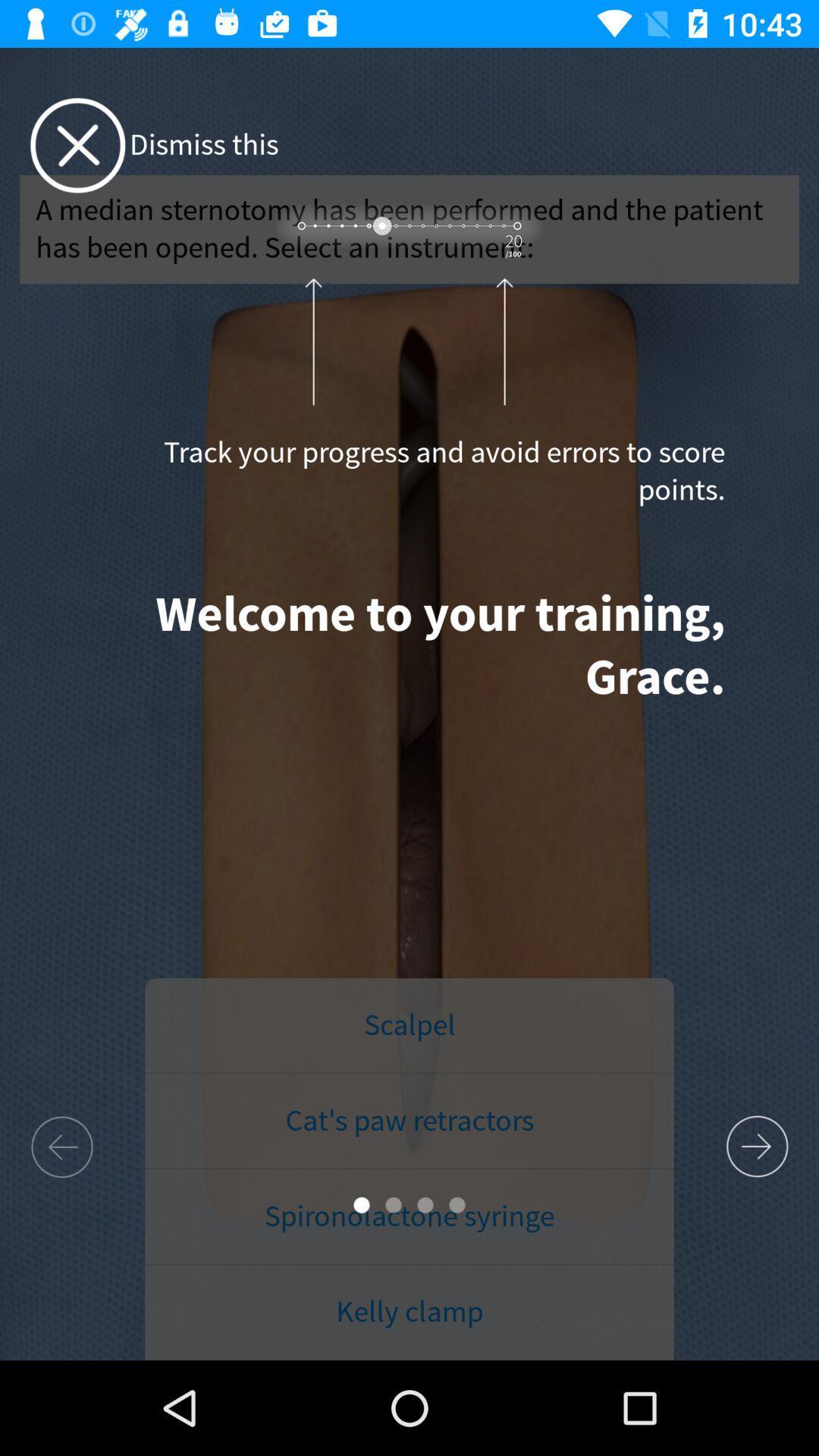 This screenshot has width=819, height=1456. What do you see at coordinates (409, 1216) in the screenshot?
I see `item below cat s paw` at bounding box center [409, 1216].